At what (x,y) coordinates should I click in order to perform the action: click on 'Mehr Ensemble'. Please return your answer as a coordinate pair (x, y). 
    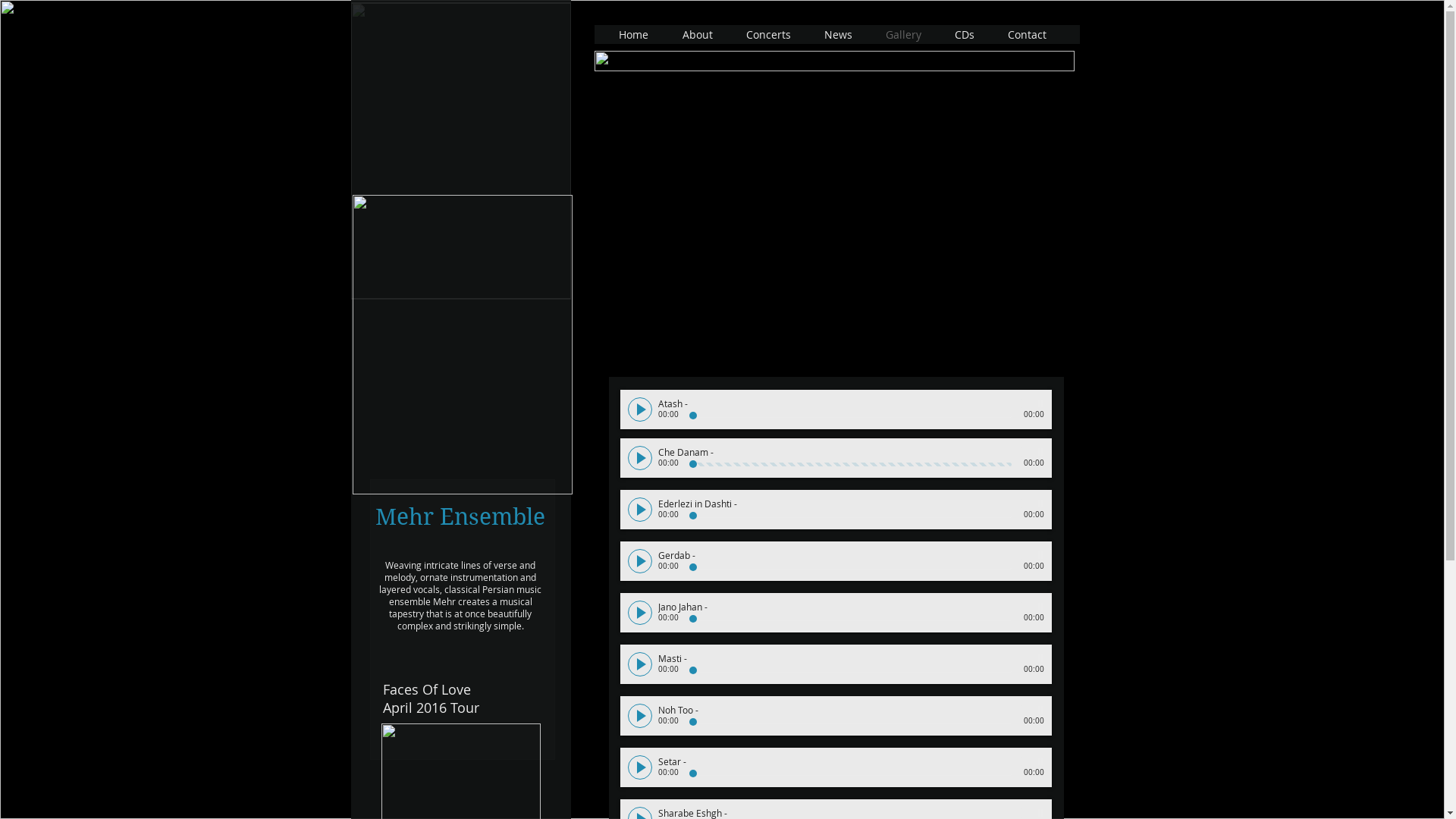
    Looking at the image, I should click on (461, 344).